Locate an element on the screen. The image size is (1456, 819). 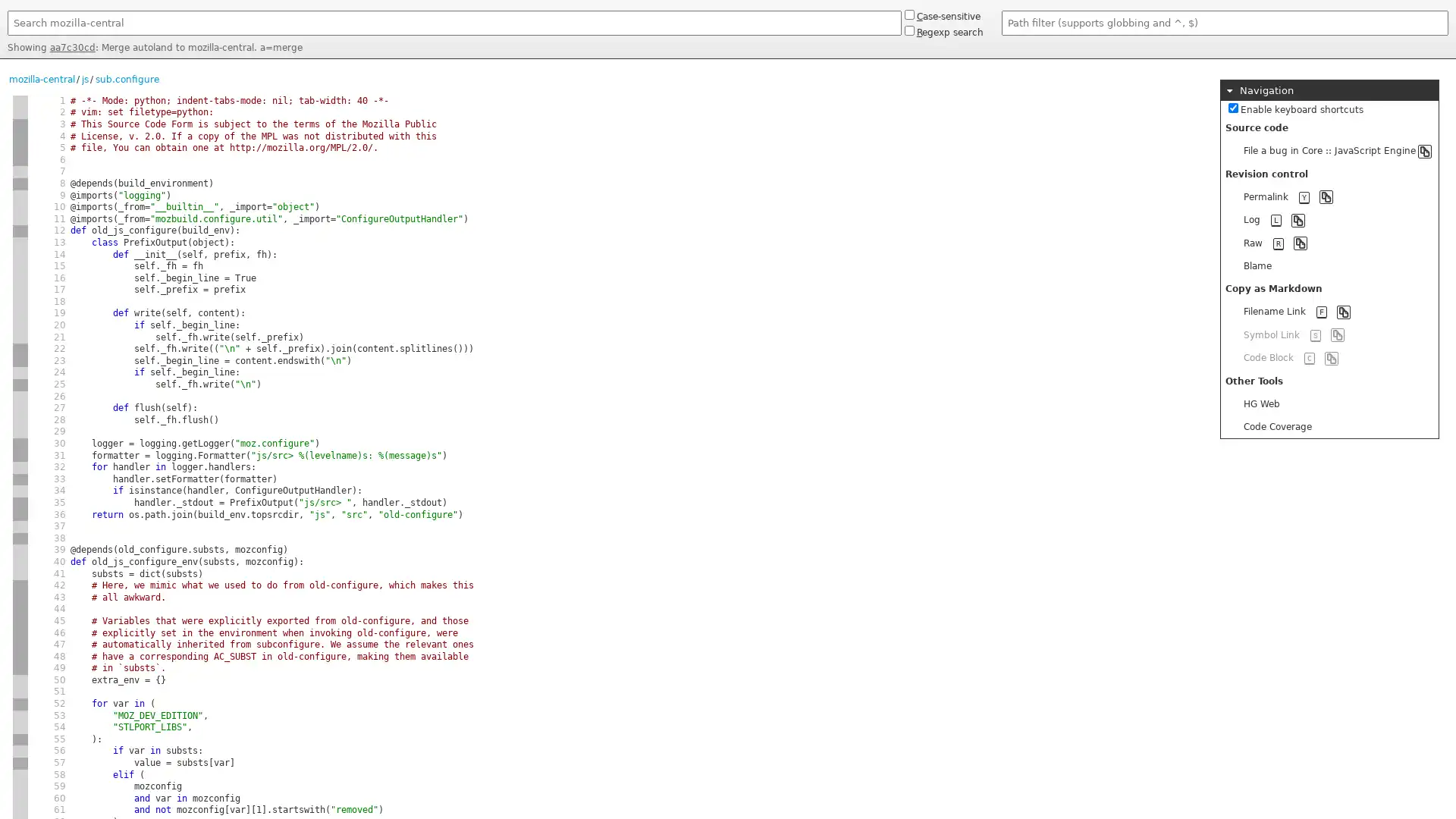
new hash 3 is located at coordinates (20, 349).